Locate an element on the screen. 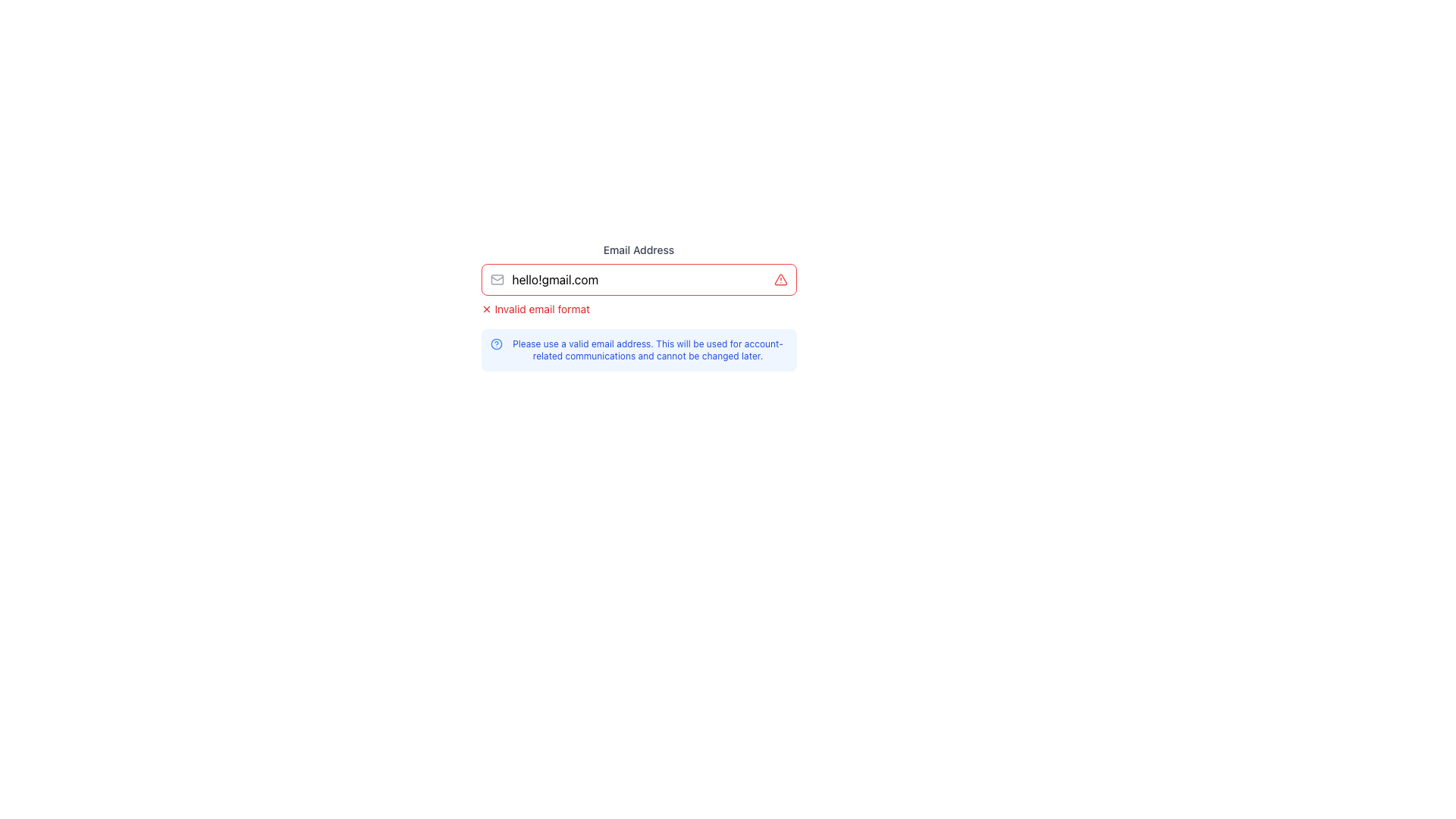 The width and height of the screenshot is (1456, 819). the informative notification box with a blue question mark icon, which is located below the 'Email Address' input field and the 'Invalid email format.' warning message, to read the information more carefully is located at coordinates (639, 350).